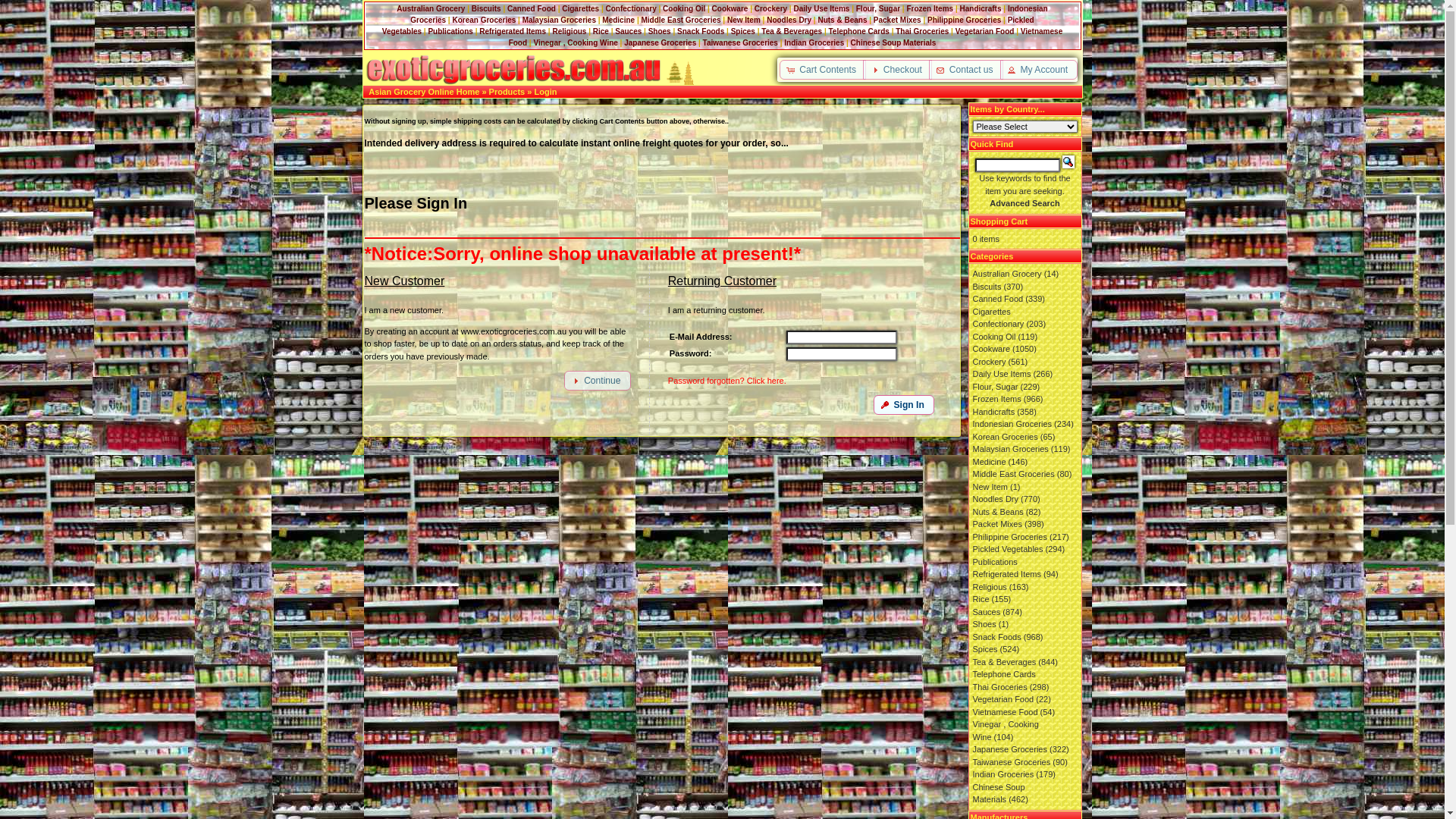  I want to click on 'Advanced Search', so click(990, 202).